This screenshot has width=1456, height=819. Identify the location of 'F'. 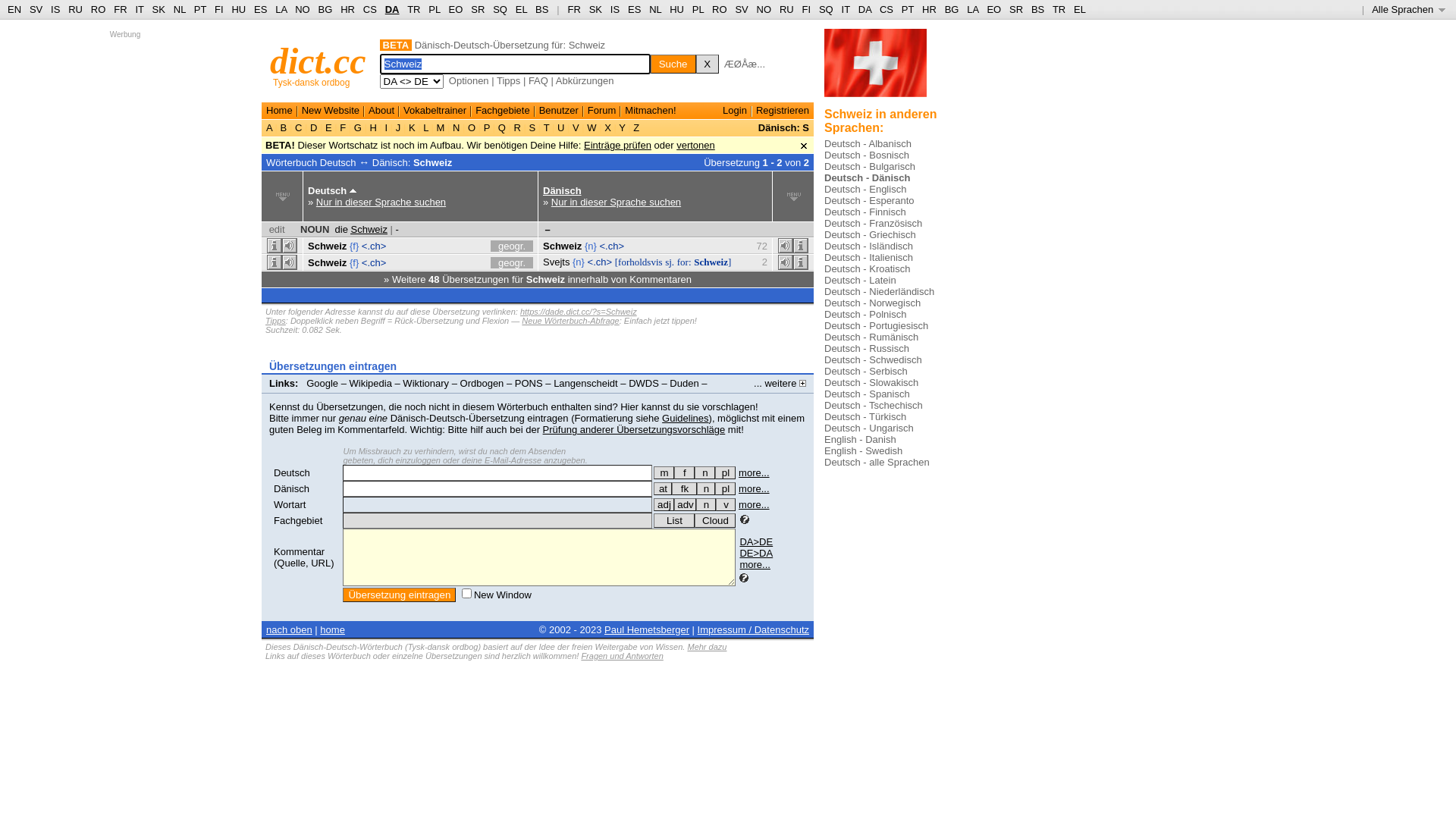
(337, 127).